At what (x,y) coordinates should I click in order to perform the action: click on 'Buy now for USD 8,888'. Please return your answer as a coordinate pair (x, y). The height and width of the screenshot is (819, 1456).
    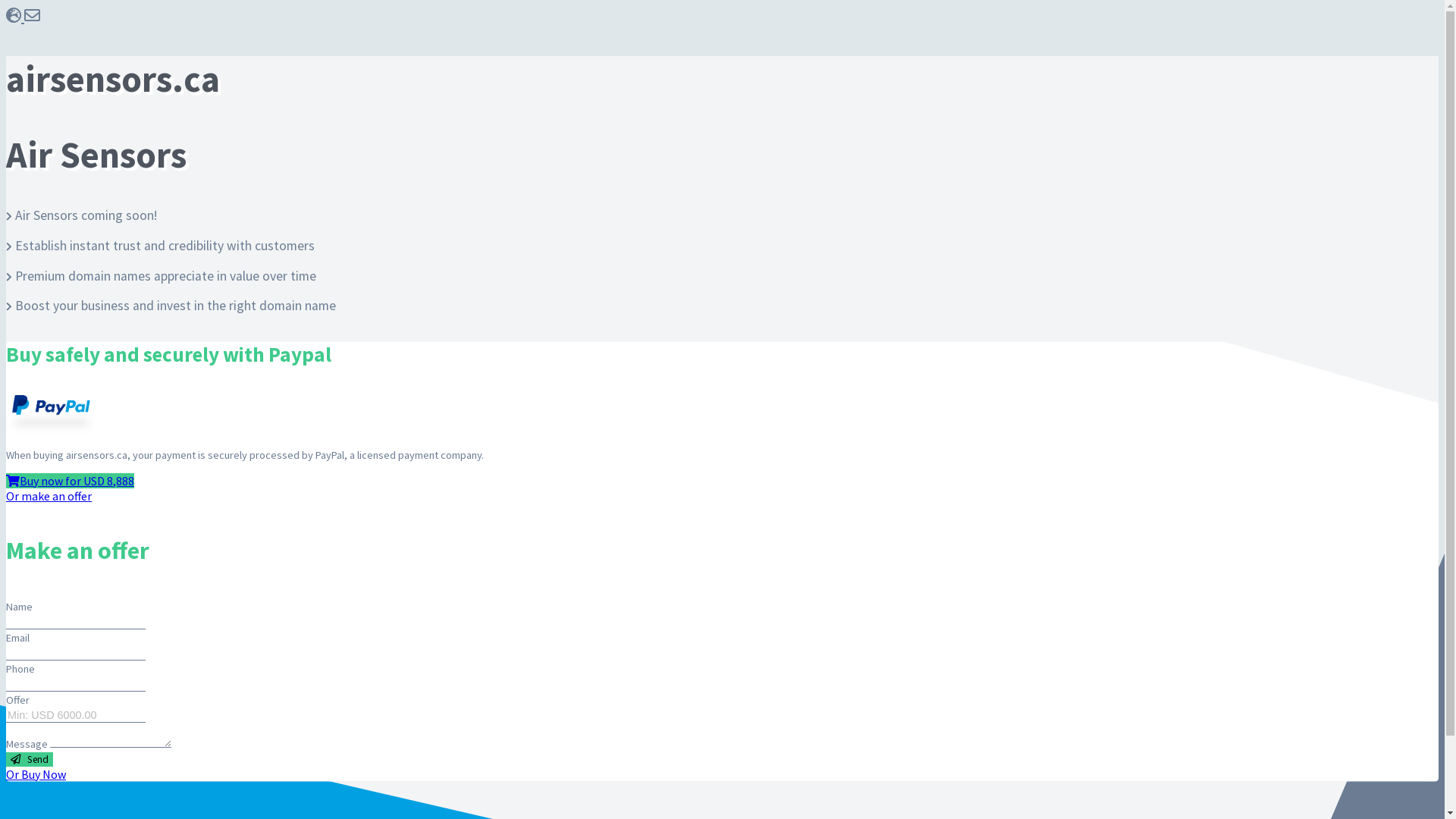
    Looking at the image, I should click on (69, 480).